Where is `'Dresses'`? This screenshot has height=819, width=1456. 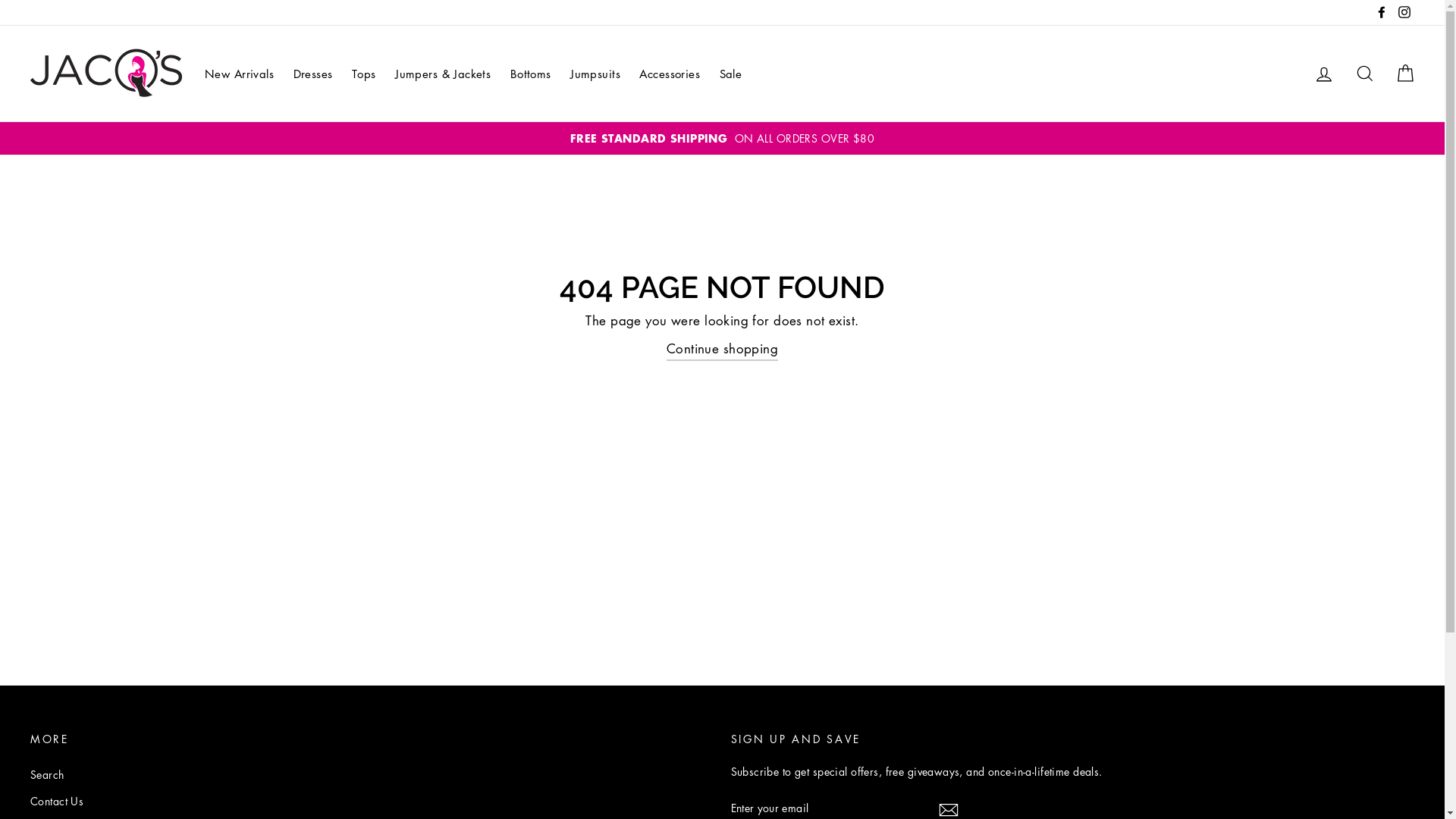 'Dresses' is located at coordinates (312, 74).